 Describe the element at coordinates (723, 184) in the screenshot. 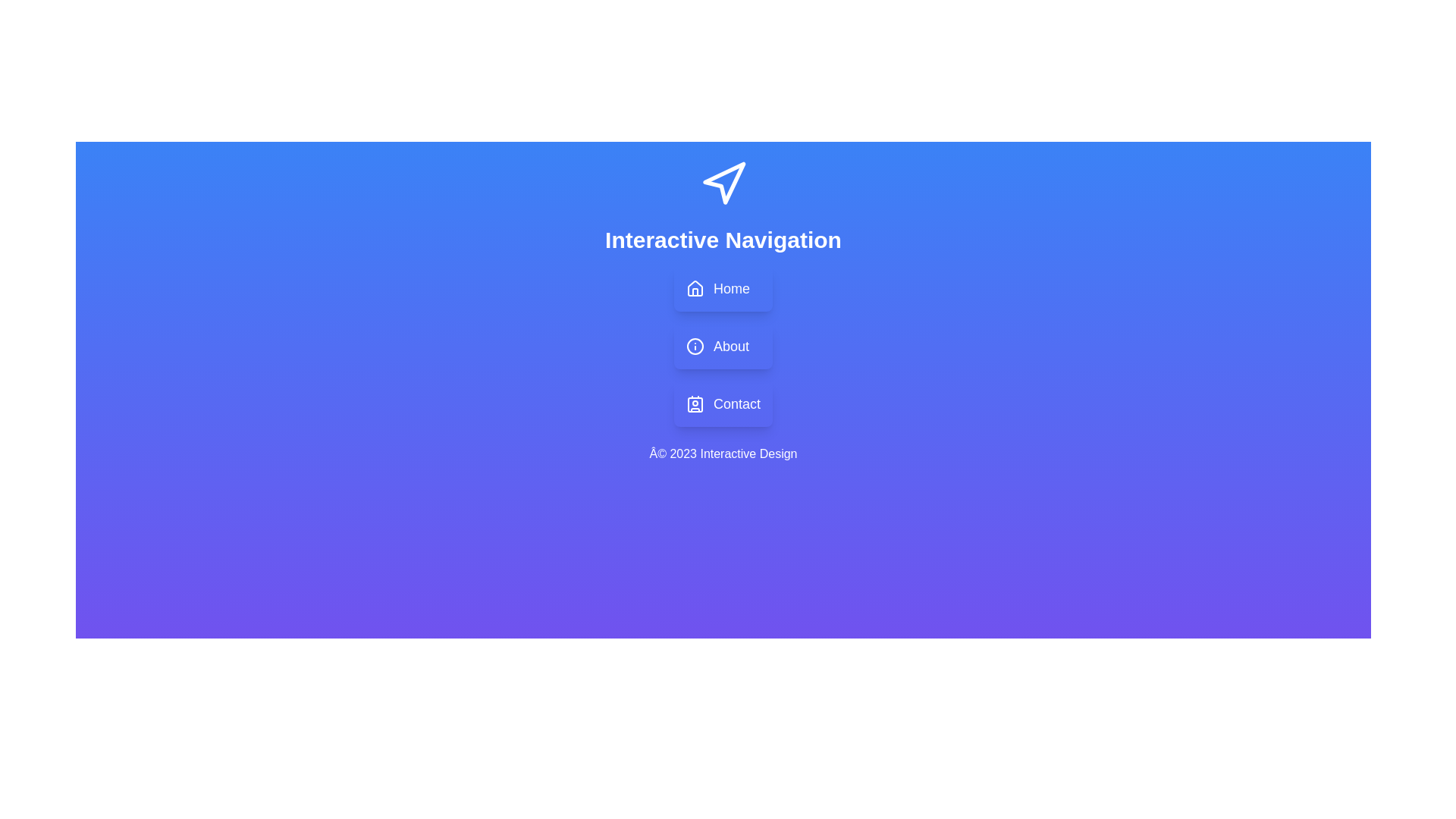

I see `the decorative graphic or icon that serves as a symbolic representation of navigation, located centrally above the 'Interactive Navigation' text element` at that location.